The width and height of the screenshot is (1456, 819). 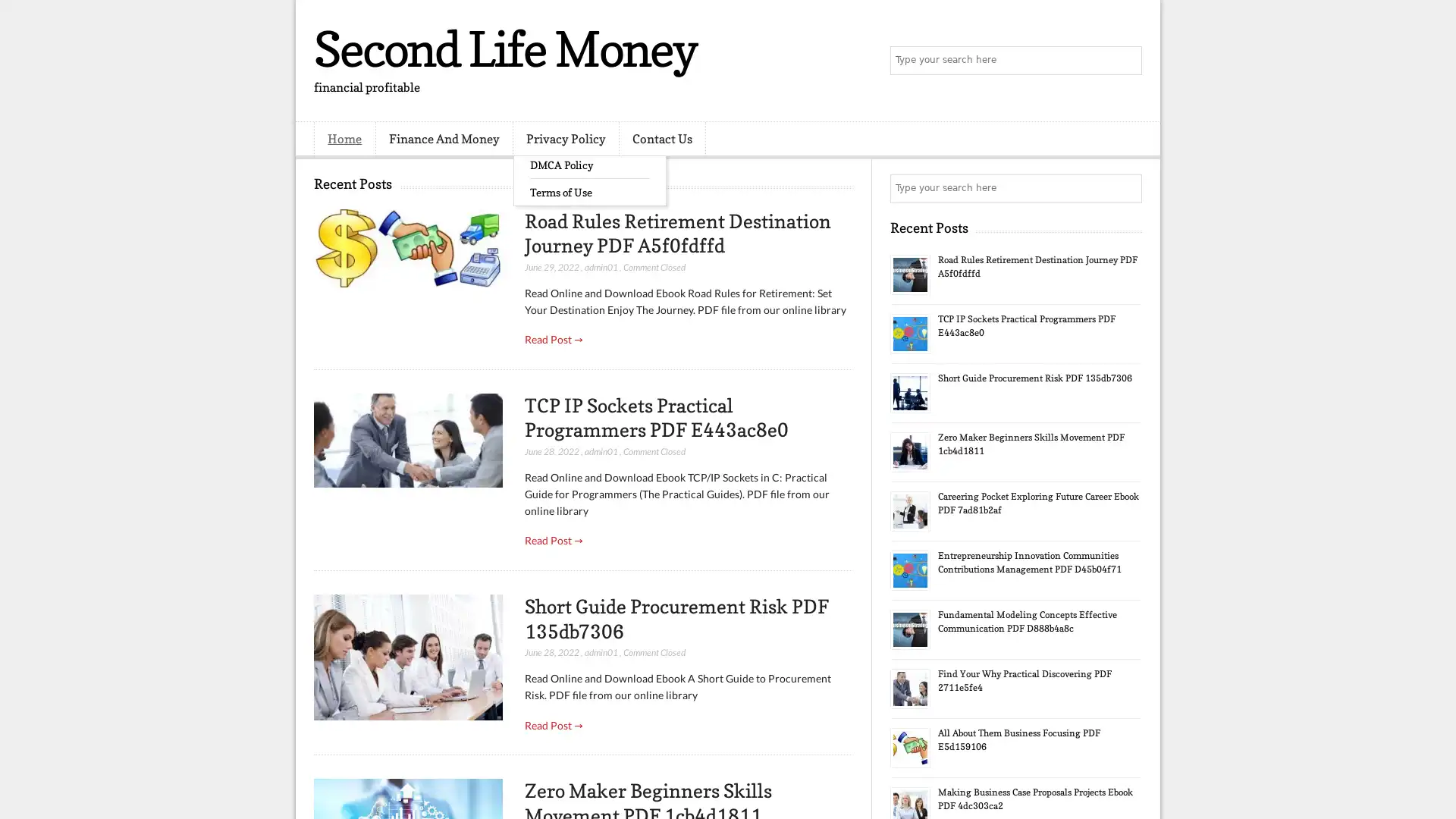 What do you see at coordinates (1126, 188) in the screenshot?
I see `Search` at bounding box center [1126, 188].